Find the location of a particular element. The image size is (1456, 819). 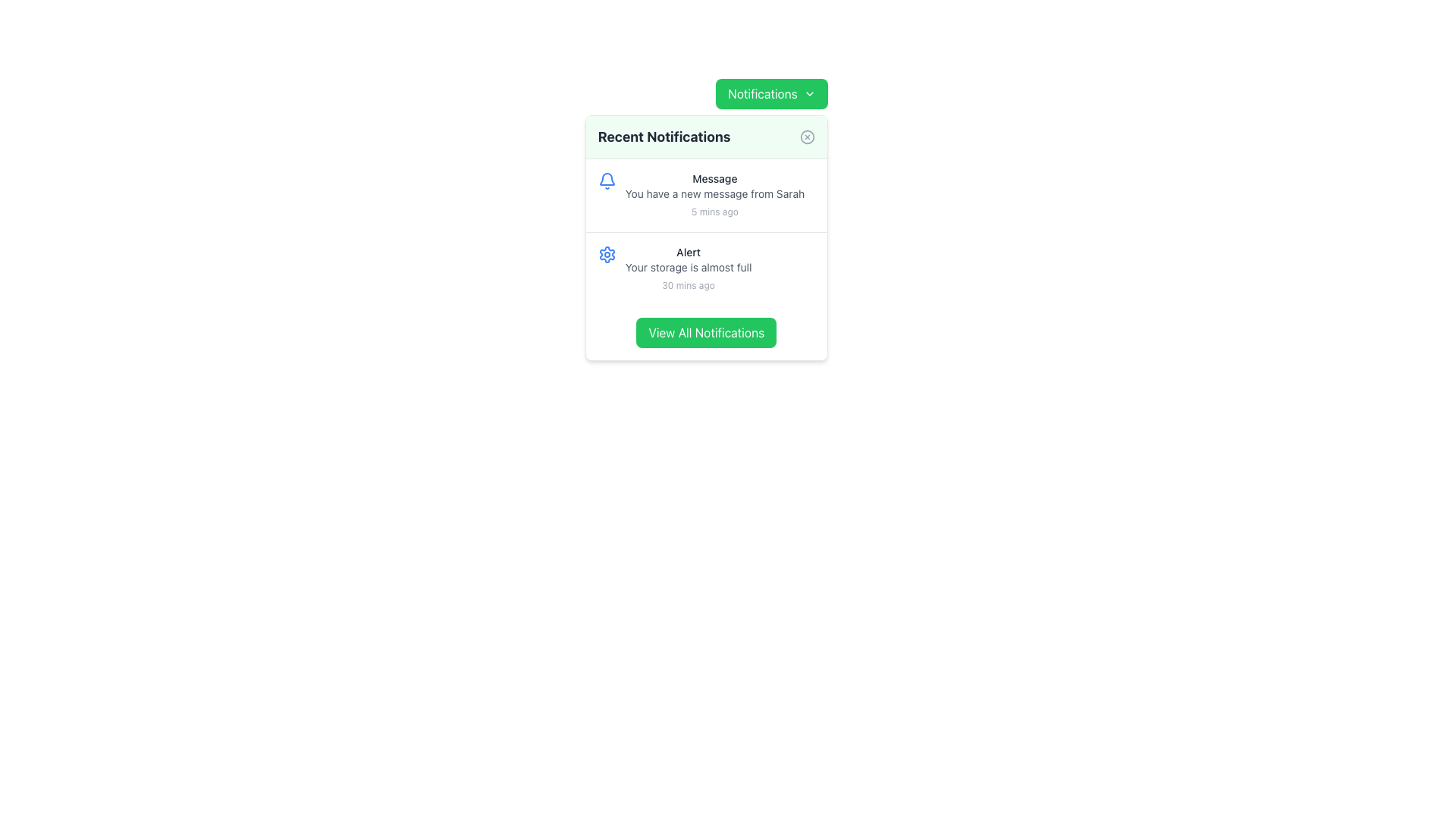

the blue bell-shaped icon representing notifications, located next to the text message area at the top-left corner of the first notification item is located at coordinates (607, 180).